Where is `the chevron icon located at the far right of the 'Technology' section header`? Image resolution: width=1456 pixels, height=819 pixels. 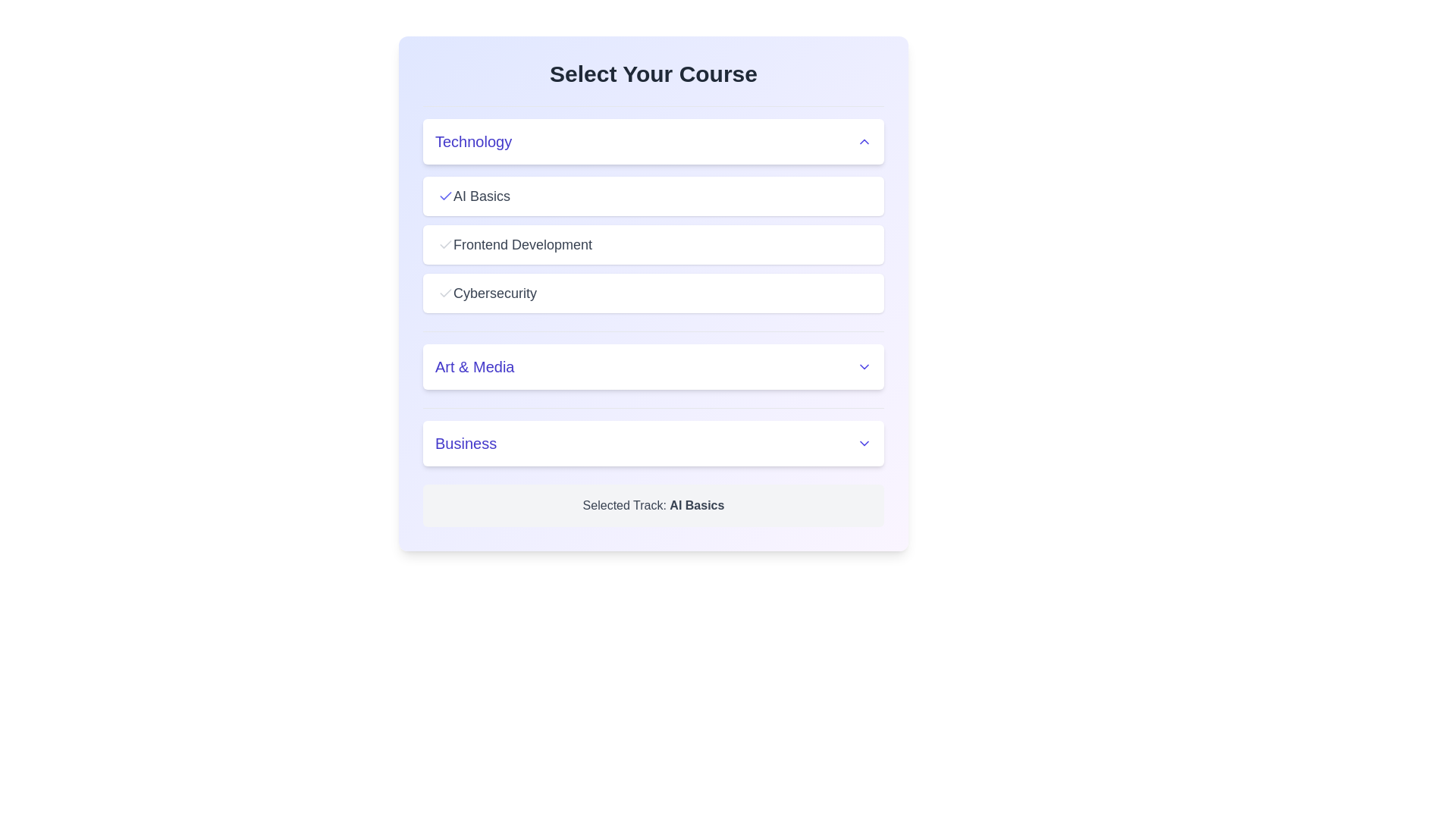
the chevron icon located at the far right of the 'Technology' section header is located at coordinates (864, 141).